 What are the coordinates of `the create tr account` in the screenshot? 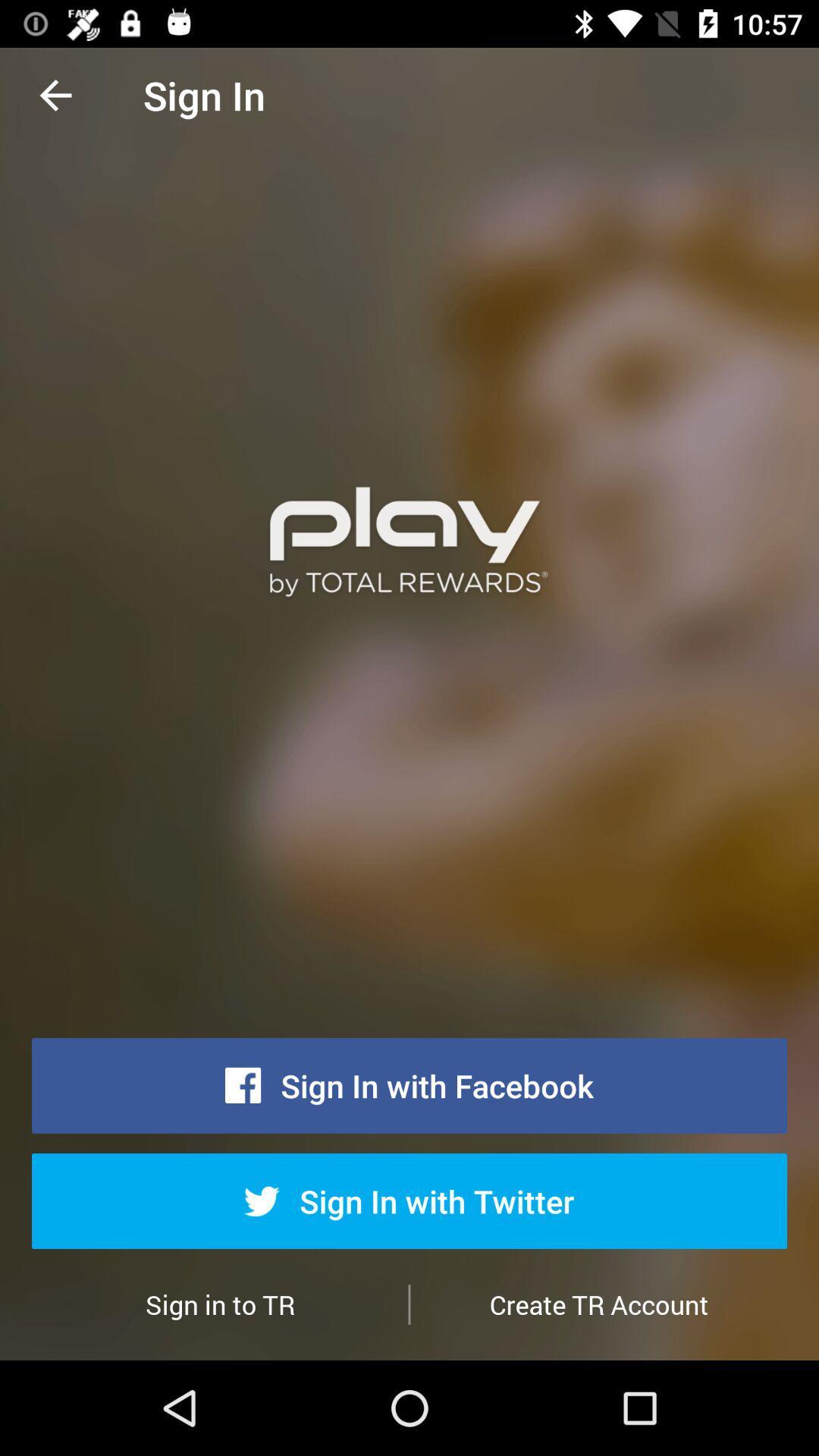 It's located at (598, 1304).